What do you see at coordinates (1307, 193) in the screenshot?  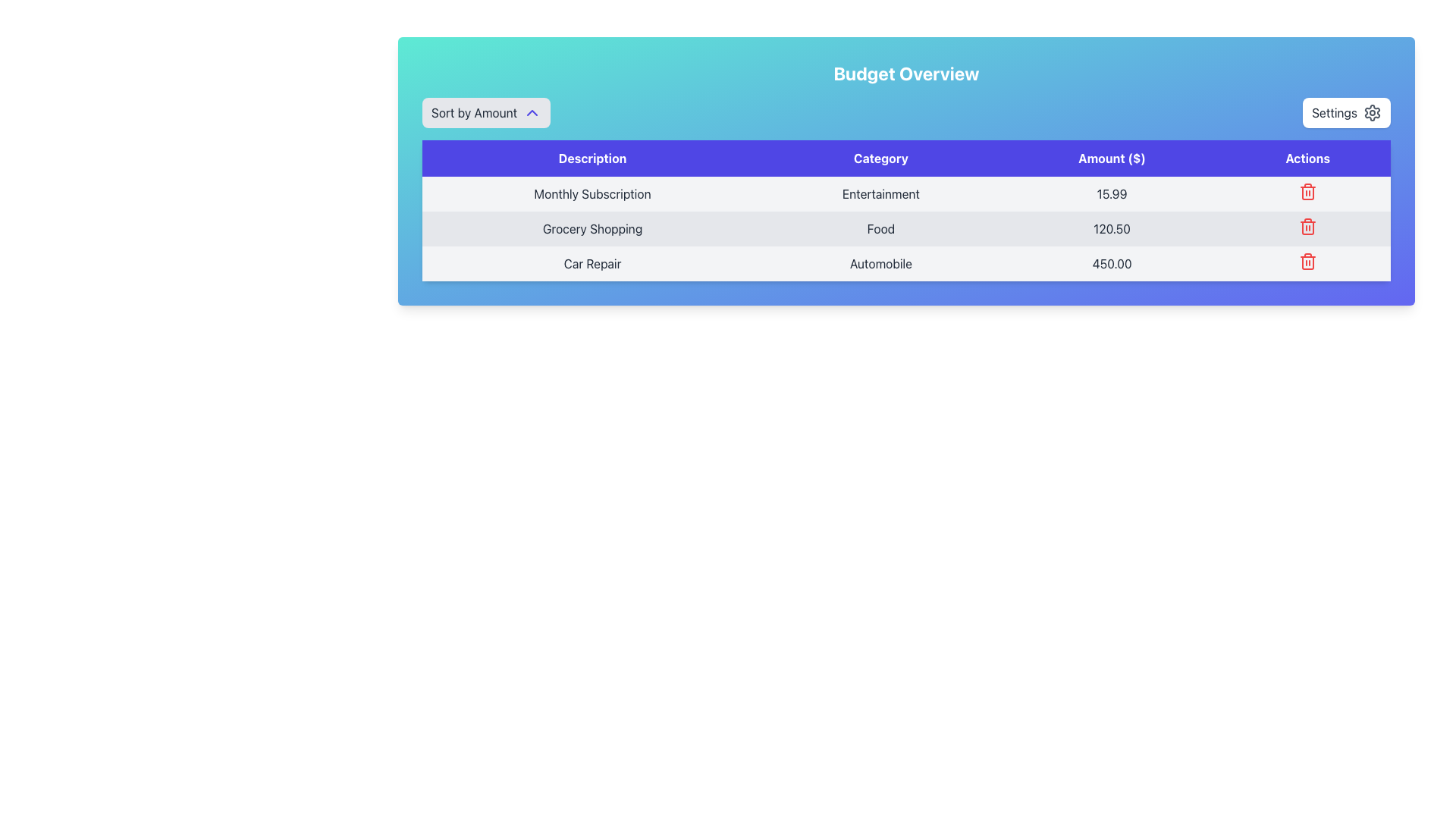 I see `the red trash bin icon button located in the 'Actions' column on the far right of the first row in the table, corresponding to the 'Monthly Subscription' description` at bounding box center [1307, 193].